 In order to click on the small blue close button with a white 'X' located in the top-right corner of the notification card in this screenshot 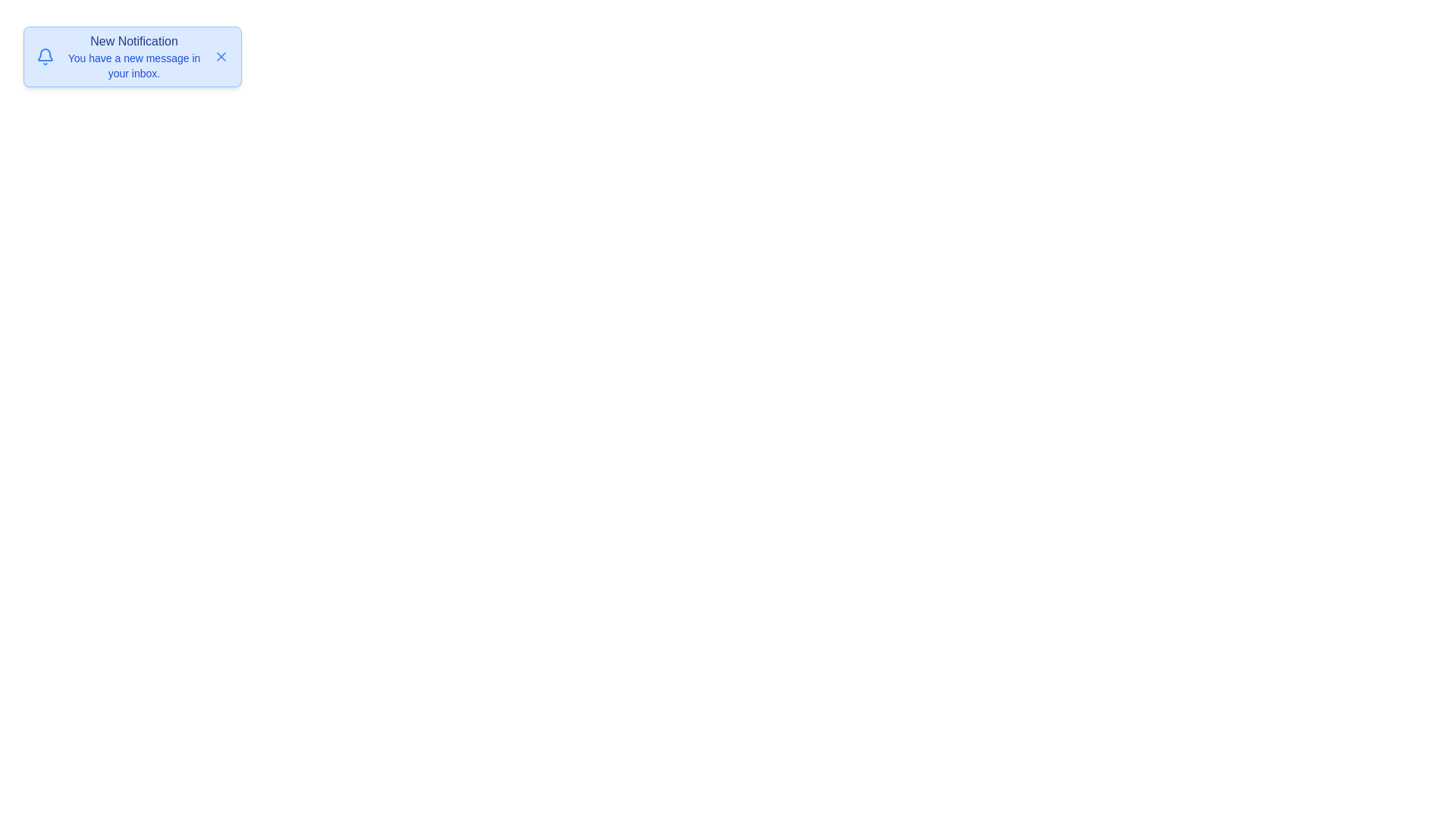, I will do `click(221, 55)`.